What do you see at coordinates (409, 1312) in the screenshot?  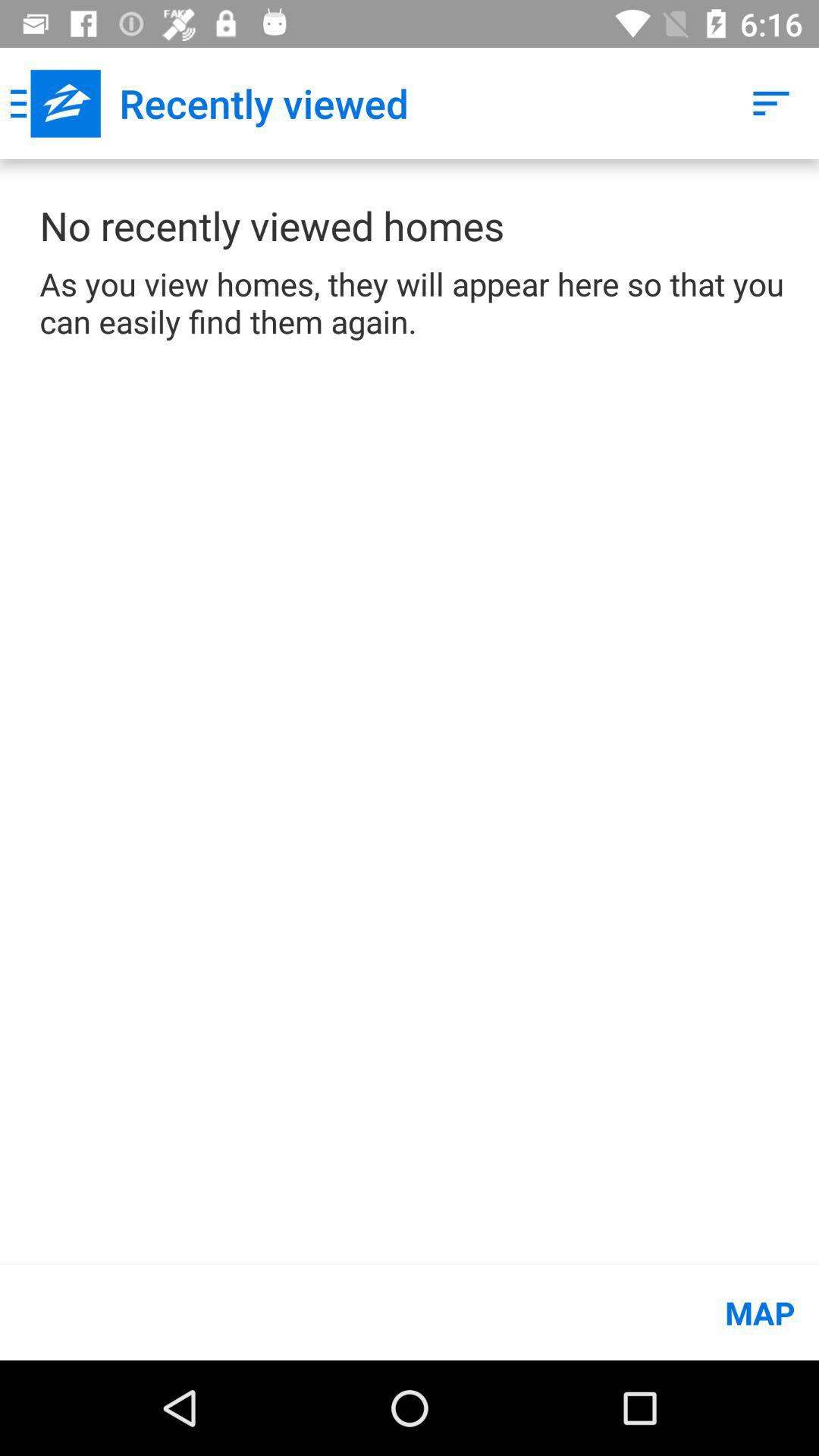 I see `item below the as you view item` at bounding box center [409, 1312].